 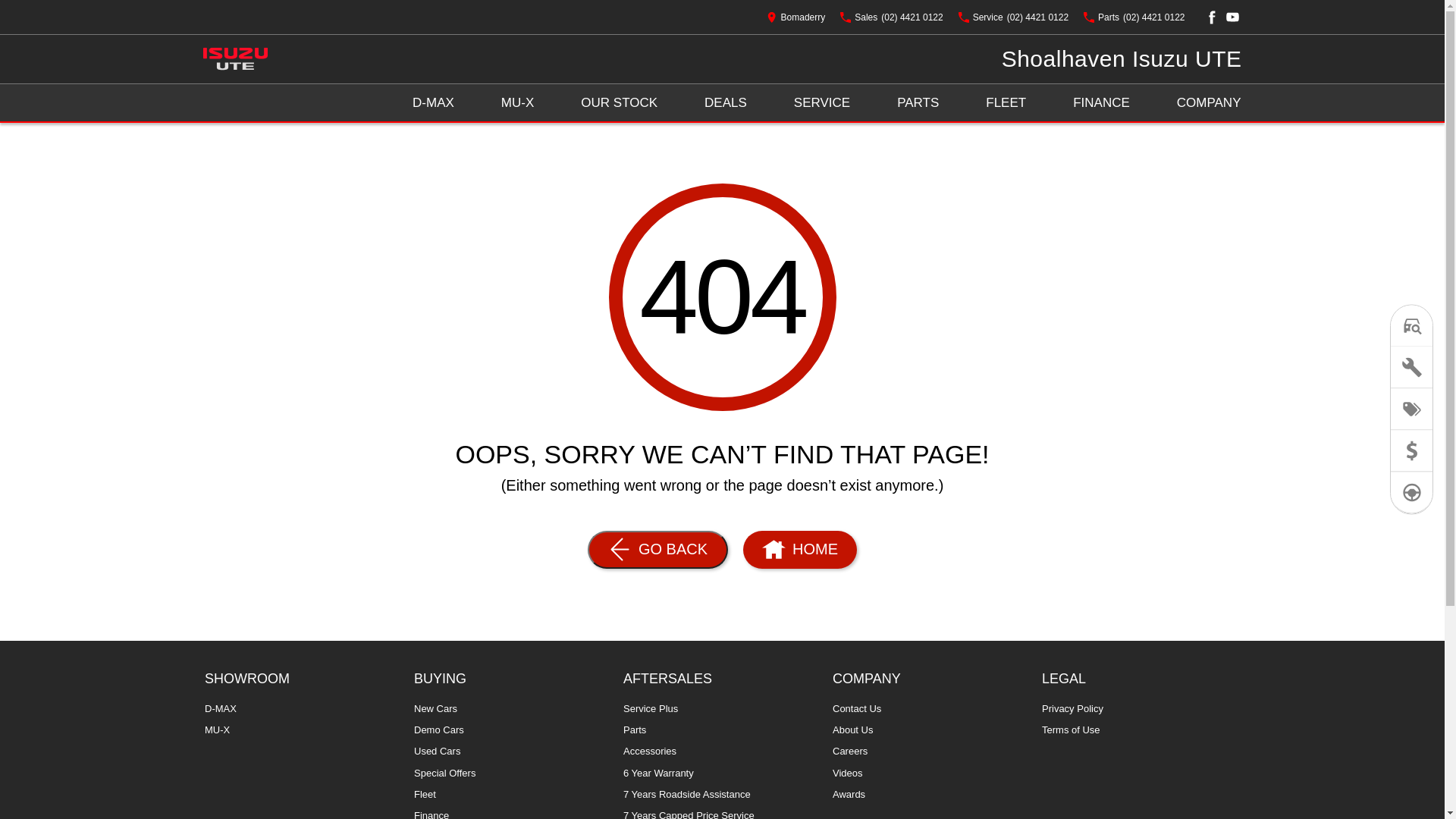 What do you see at coordinates (852, 733) in the screenshot?
I see `'About Us'` at bounding box center [852, 733].